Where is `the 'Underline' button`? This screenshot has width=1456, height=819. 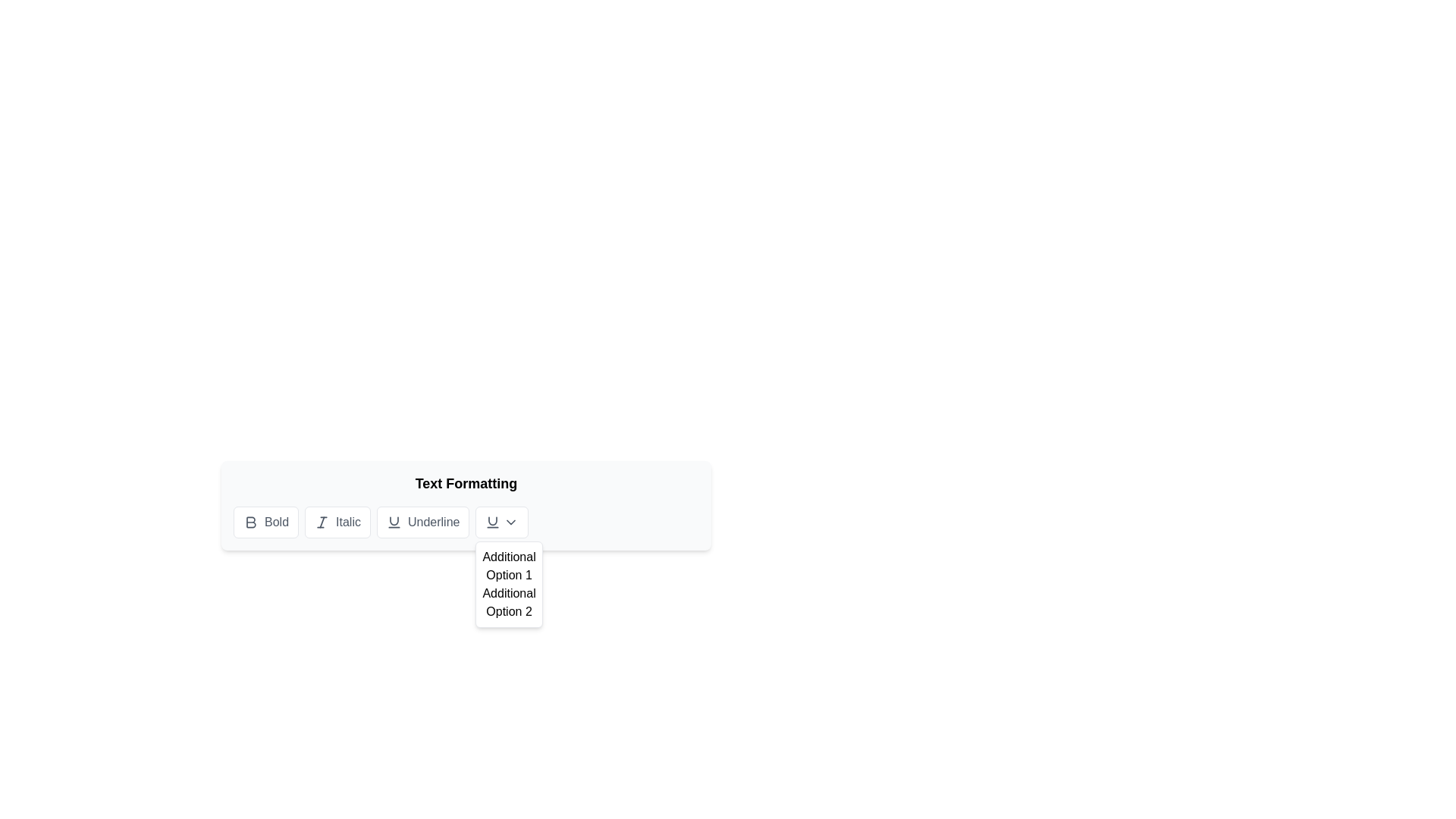
the 'Underline' button is located at coordinates (423, 522).